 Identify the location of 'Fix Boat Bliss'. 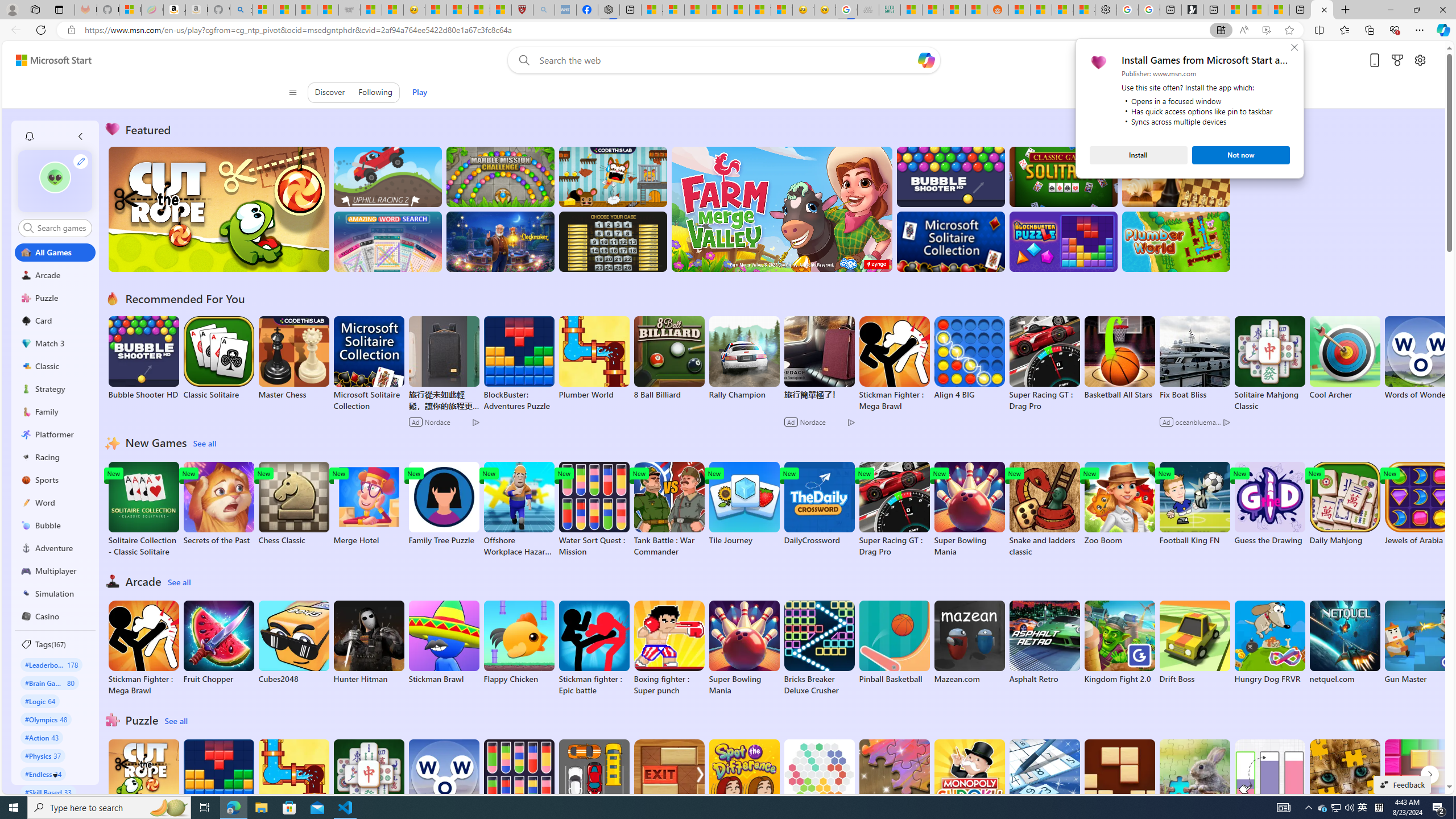
(1194, 394).